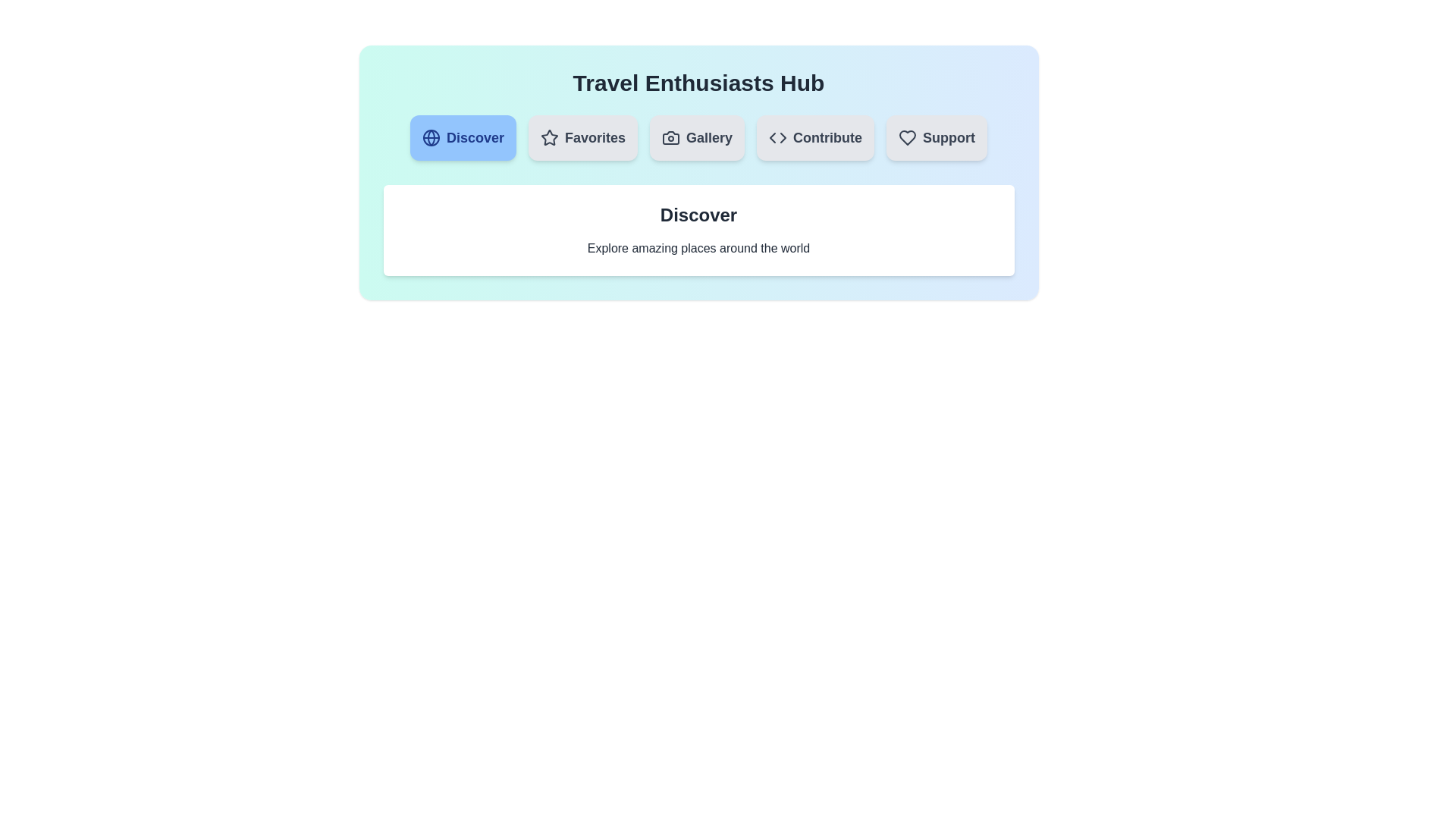  What do you see at coordinates (814, 137) in the screenshot?
I see `the fourth button from the left in the button group, located between the 'Gallery' and 'Support' buttons` at bounding box center [814, 137].